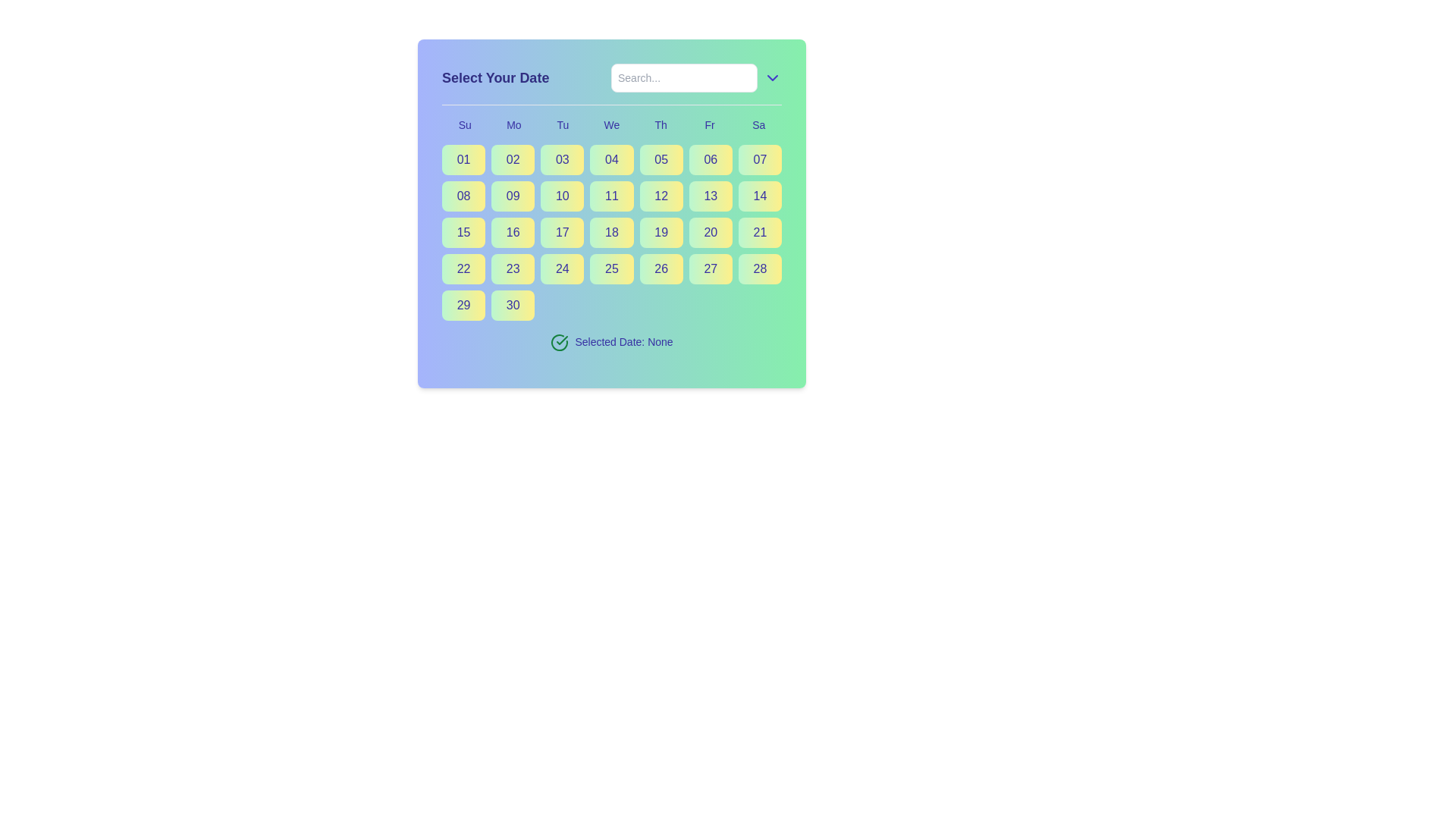 This screenshot has width=1456, height=819. I want to click on the selectable option button for the date '17' in the calendar grid, so click(561, 233).